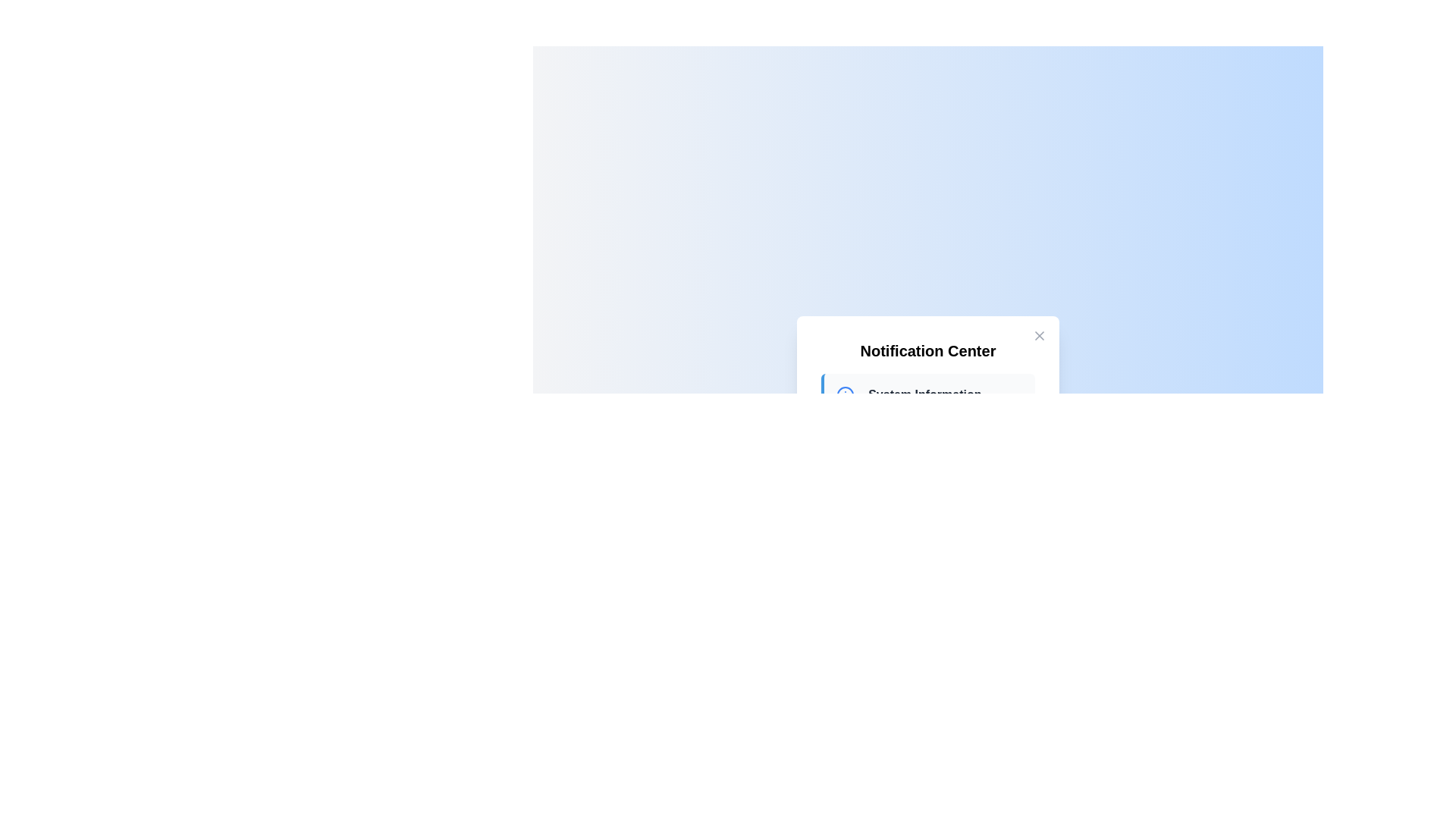 Image resolution: width=1456 pixels, height=819 pixels. Describe the element at coordinates (844, 394) in the screenshot. I see `the blue circular icon with an exclamation mark located to the left of the text 'System Information' in the notification panel` at that location.